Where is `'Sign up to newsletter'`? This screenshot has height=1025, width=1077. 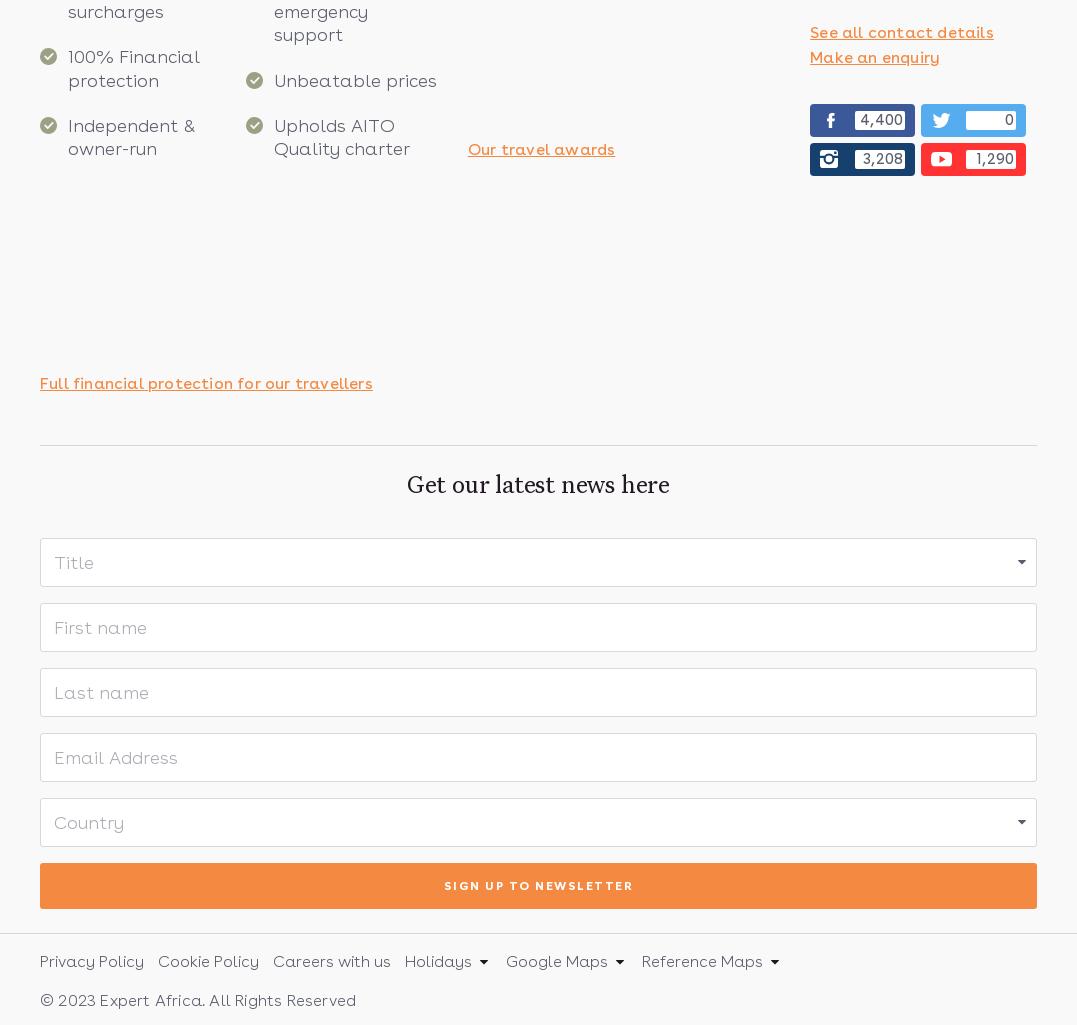
'Sign up to newsletter' is located at coordinates (536, 884).